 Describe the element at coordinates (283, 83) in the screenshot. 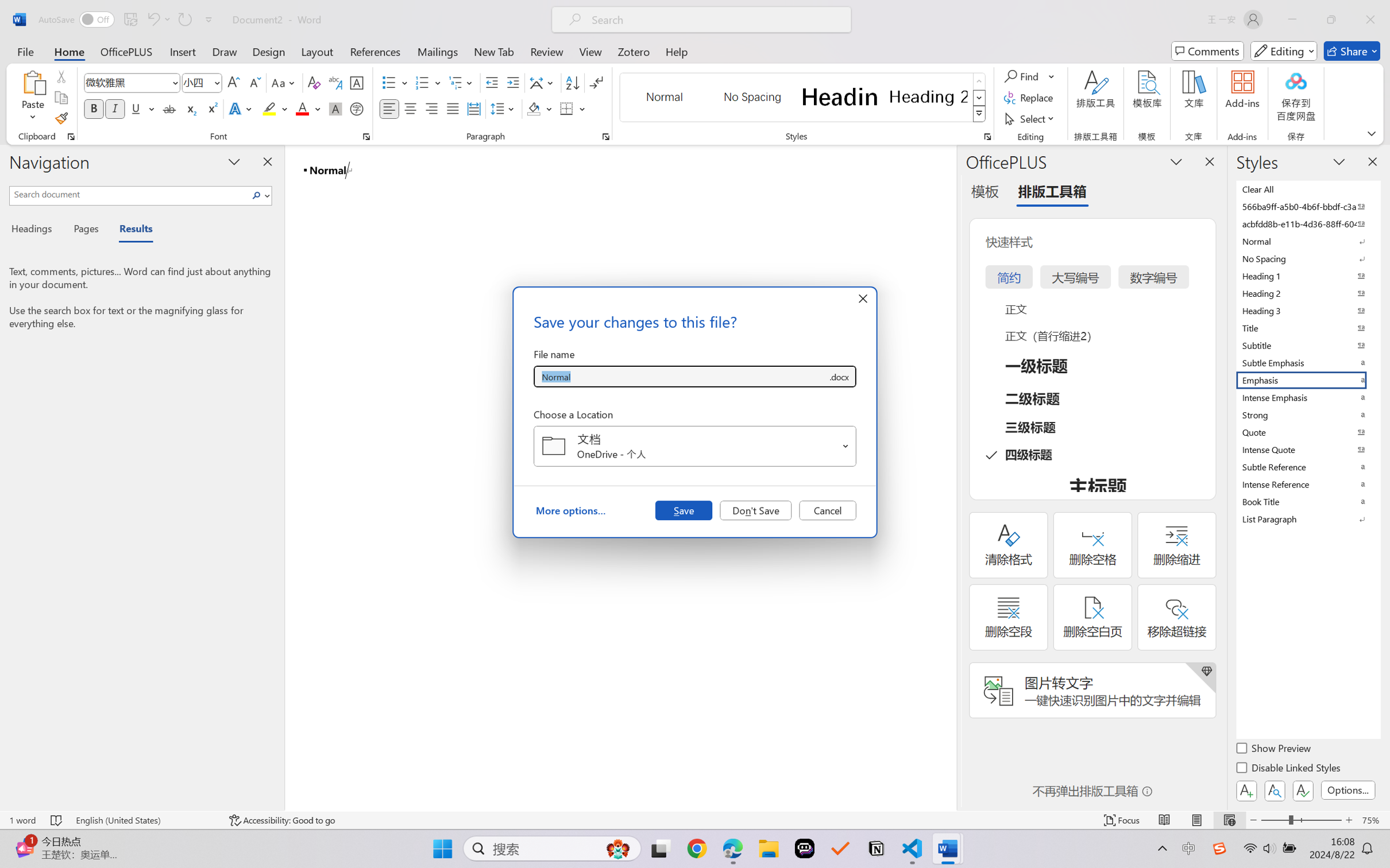

I see `'Change Case'` at that location.